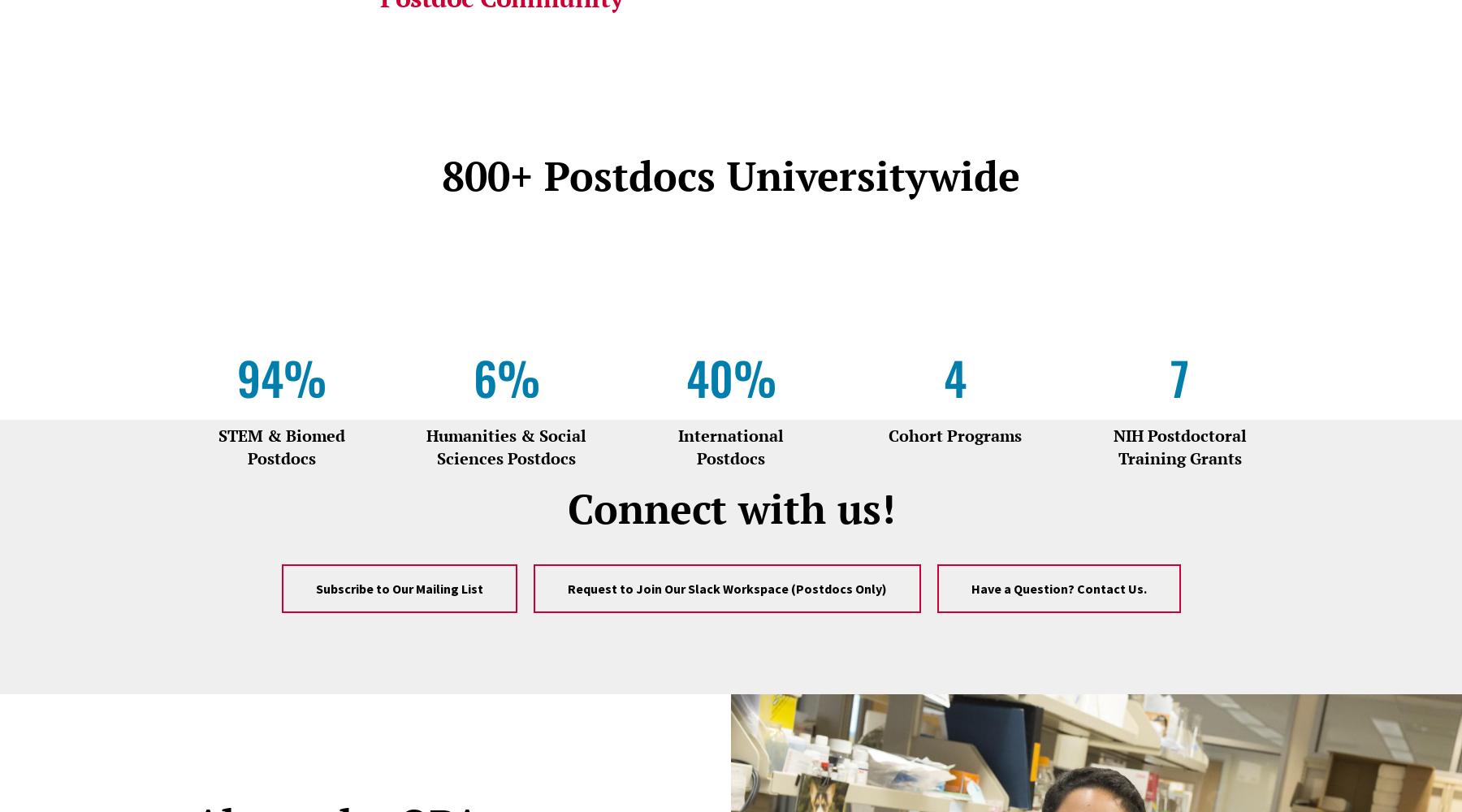 Image resolution: width=1462 pixels, height=812 pixels. I want to click on '800+ Postdocs Universitywide', so click(731, 175).